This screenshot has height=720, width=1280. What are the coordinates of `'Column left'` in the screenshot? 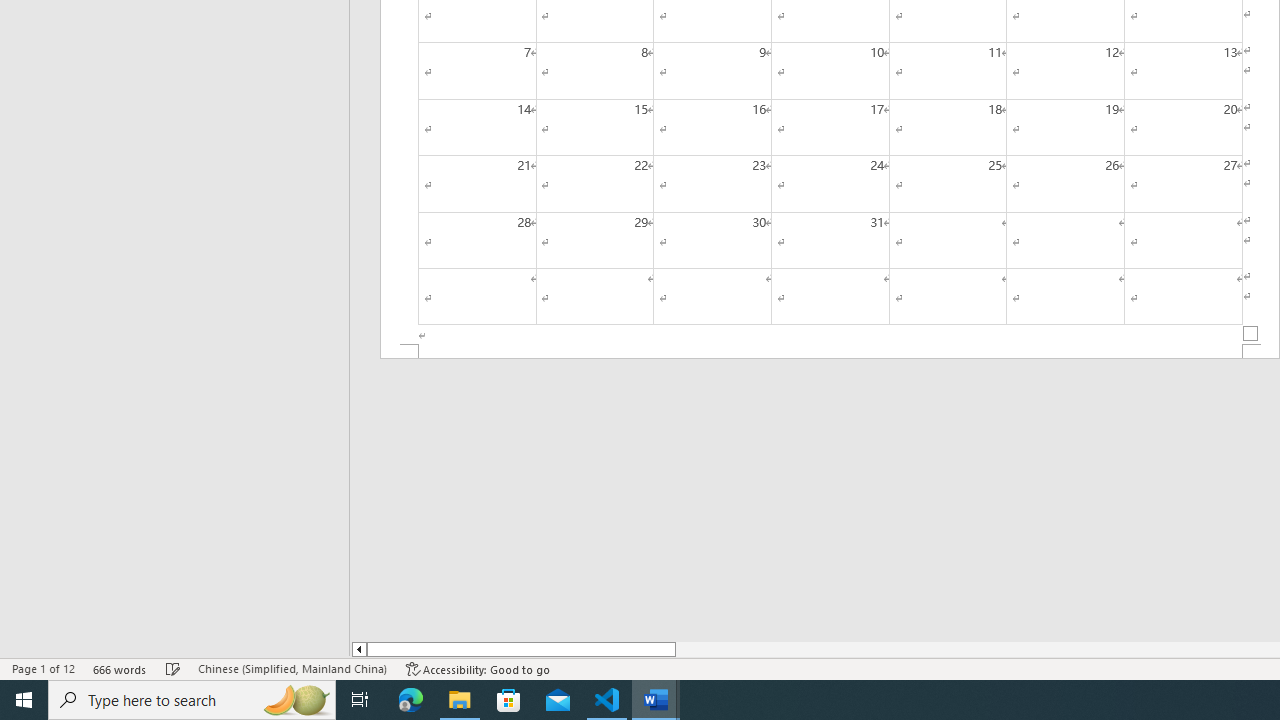 It's located at (358, 649).